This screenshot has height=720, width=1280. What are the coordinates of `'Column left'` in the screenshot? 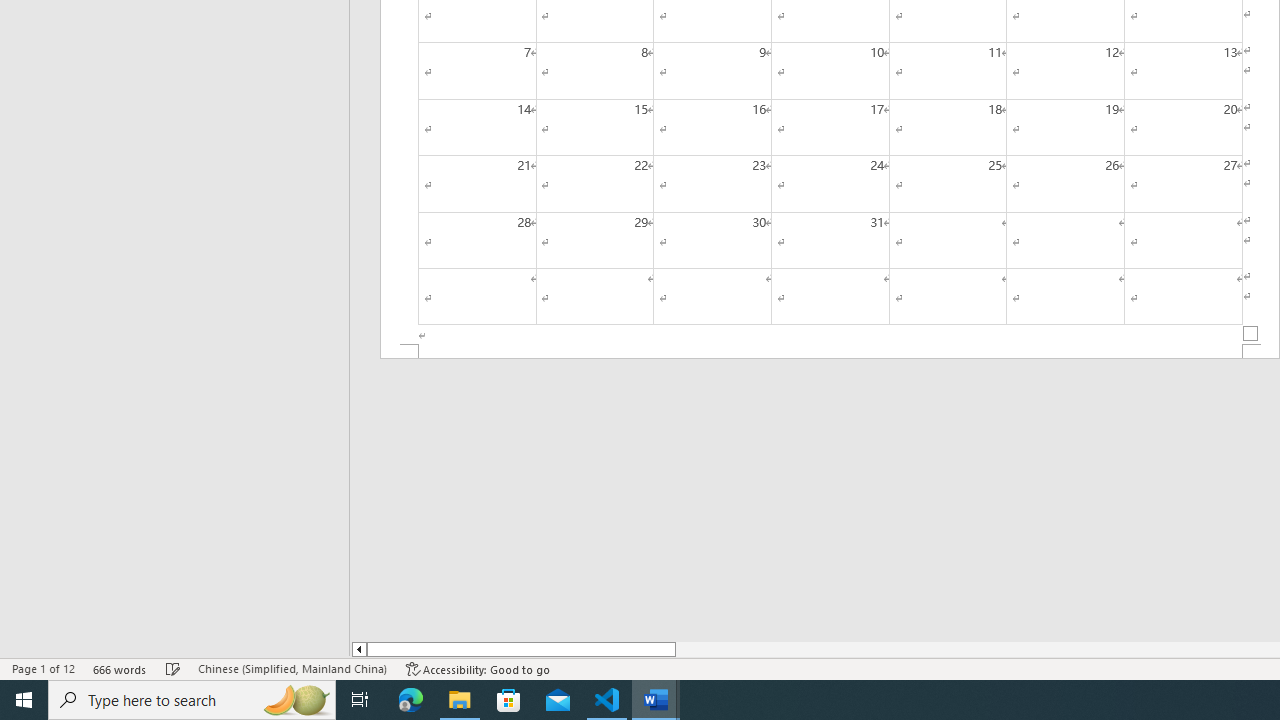 It's located at (358, 649).